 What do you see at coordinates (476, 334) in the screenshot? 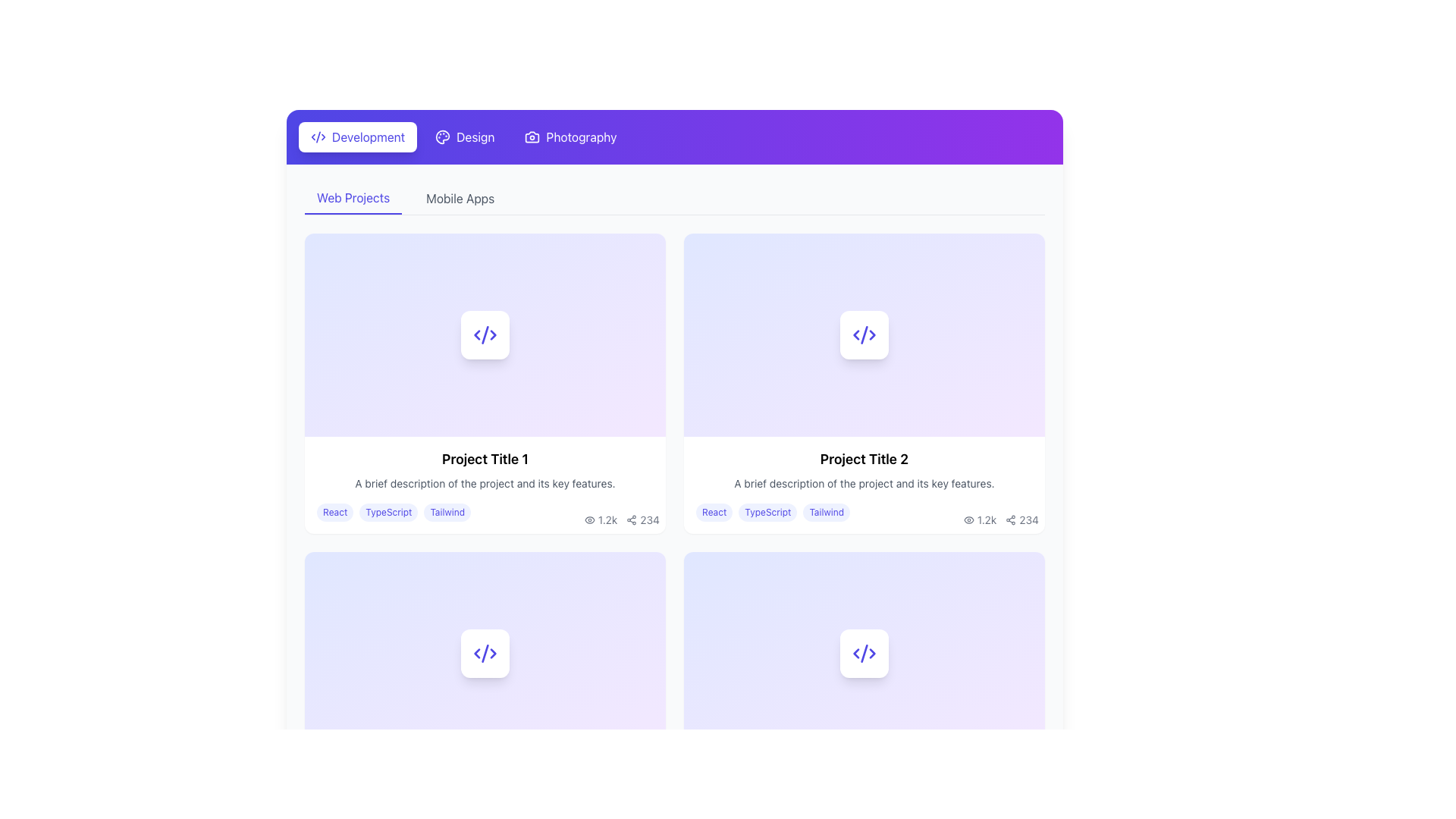
I see `the leftwards pointing arrow icon, which is the second in a horizontal group of three arrows, located inside a circular area at the top of the Project Title card in the Web Projects section` at bounding box center [476, 334].